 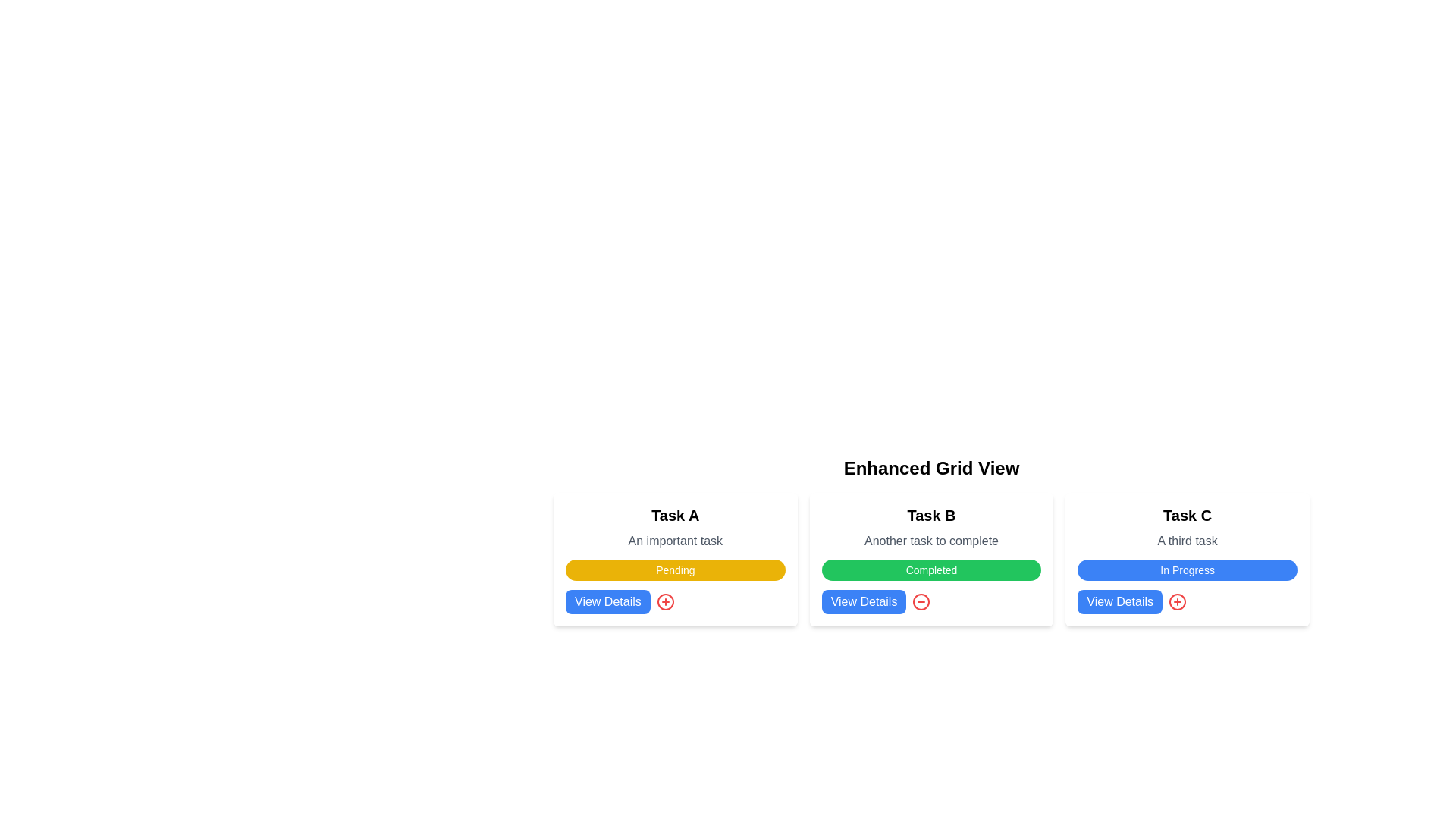 What do you see at coordinates (674, 540) in the screenshot?
I see `supporting text label located below the title 'Task A' within the white card identified as 'Task A' for task details` at bounding box center [674, 540].